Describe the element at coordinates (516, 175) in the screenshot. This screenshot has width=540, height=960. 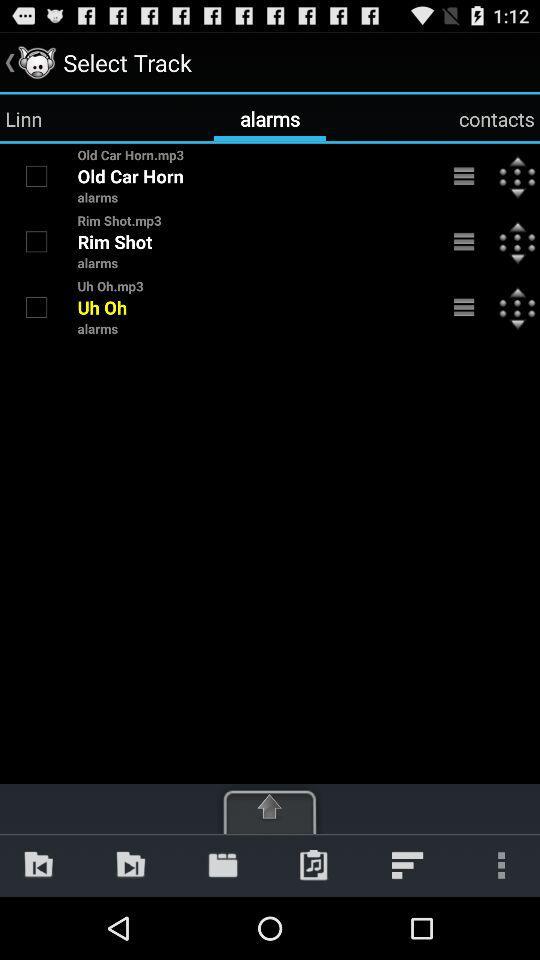
I see `the icon next to the menu bar on the first text` at that location.